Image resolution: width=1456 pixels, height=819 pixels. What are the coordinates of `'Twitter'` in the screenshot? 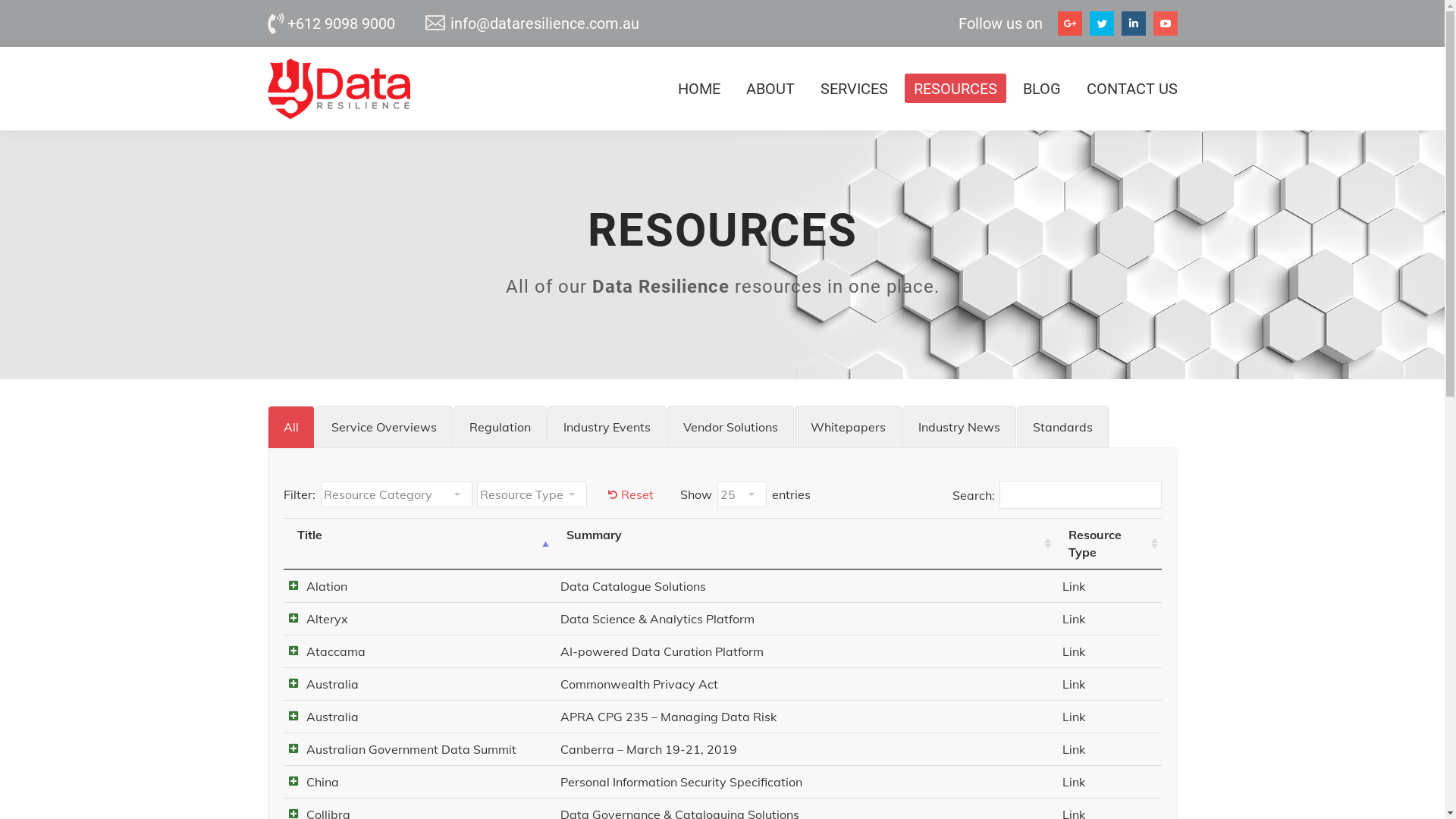 It's located at (1100, 23).